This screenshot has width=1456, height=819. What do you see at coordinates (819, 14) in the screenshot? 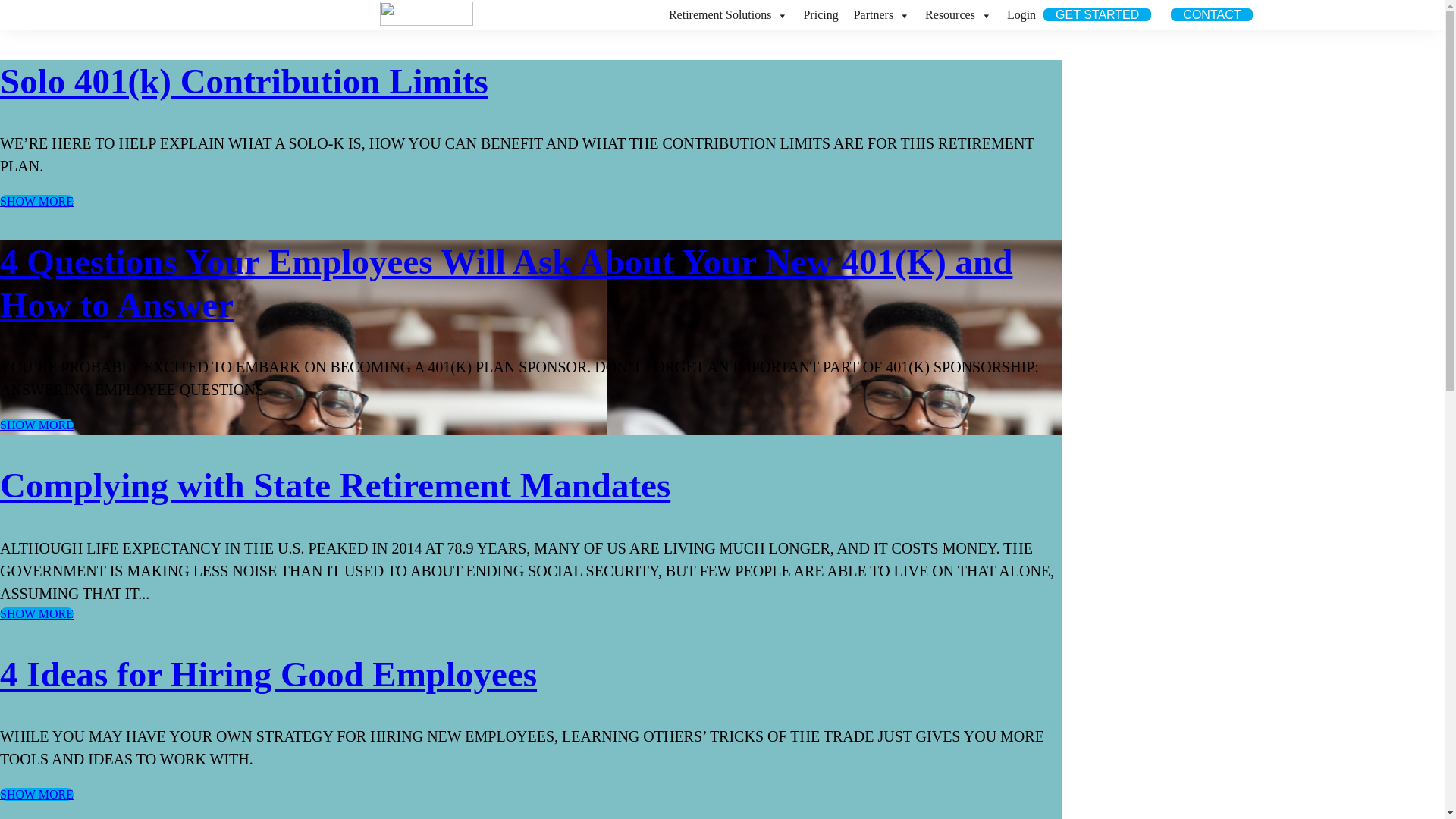
I see `'Pricing'` at bounding box center [819, 14].